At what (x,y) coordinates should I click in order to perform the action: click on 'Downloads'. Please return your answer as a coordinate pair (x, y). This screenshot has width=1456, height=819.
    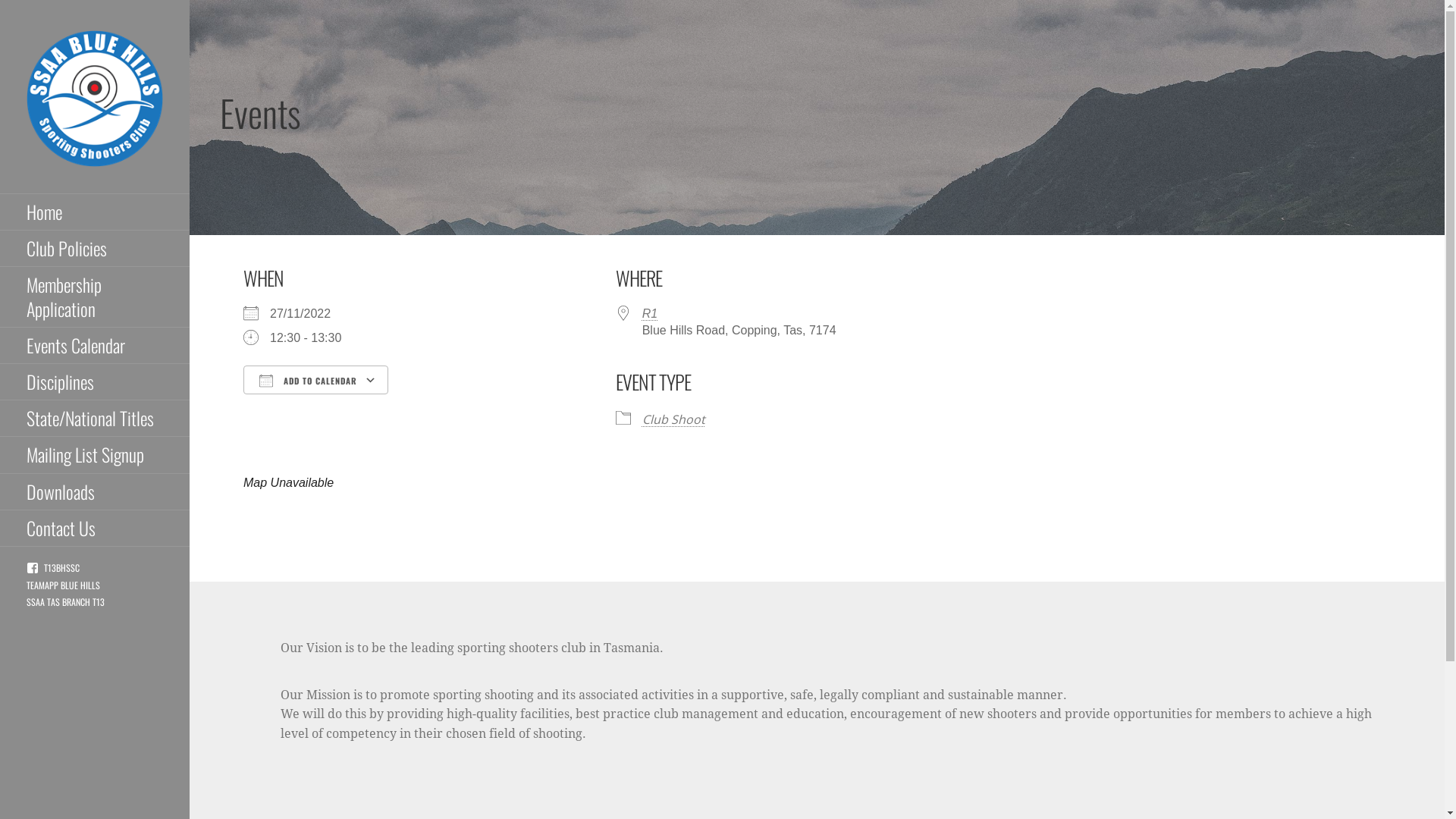
    Looking at the image, I should click on (93, 491).